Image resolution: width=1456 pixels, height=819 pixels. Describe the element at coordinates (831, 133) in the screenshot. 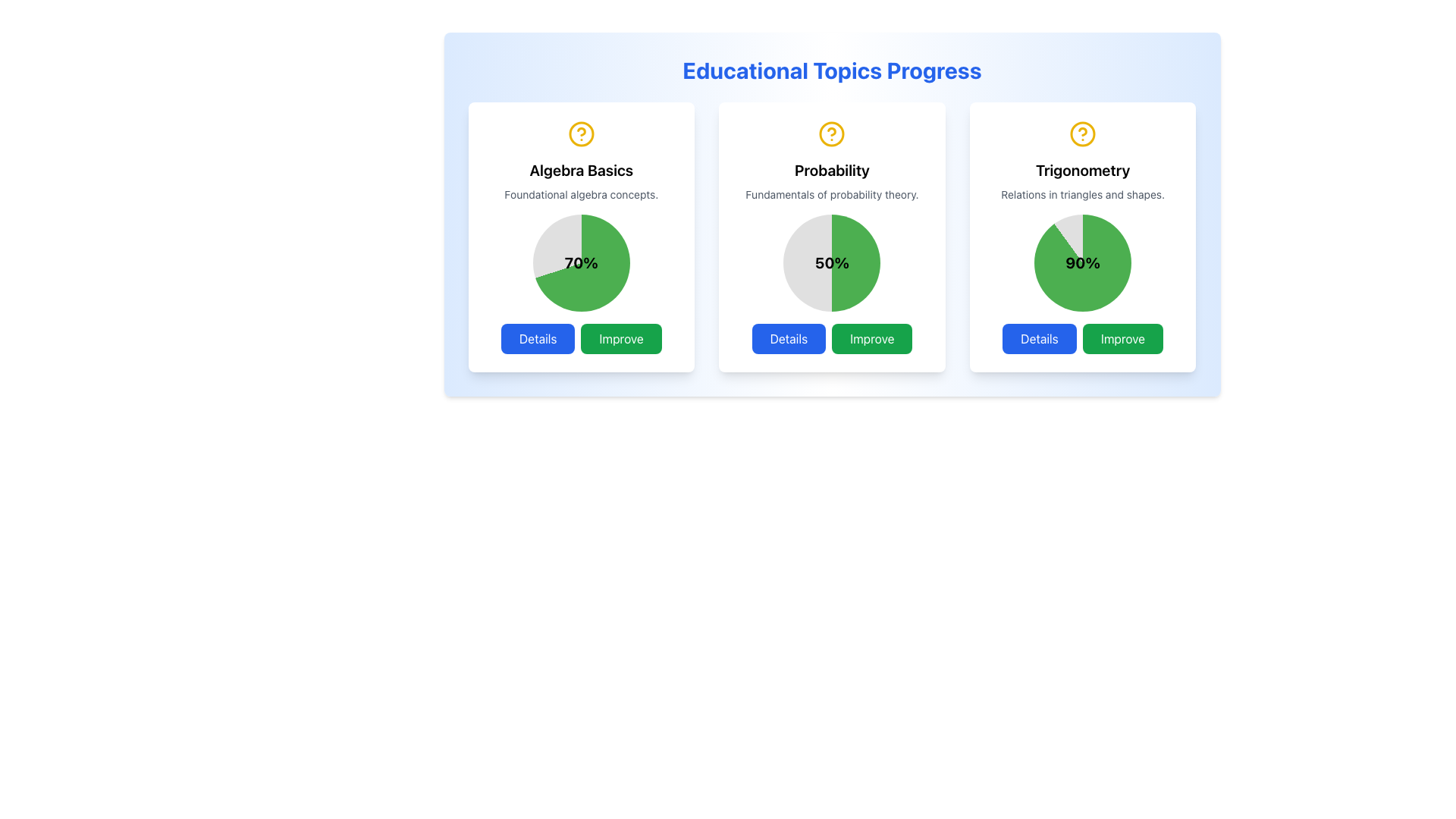

I see `the circular outline with a yellow outline, part of the question mark icon located at the top-center of the 'Probability' card, just above the card title` at that location.